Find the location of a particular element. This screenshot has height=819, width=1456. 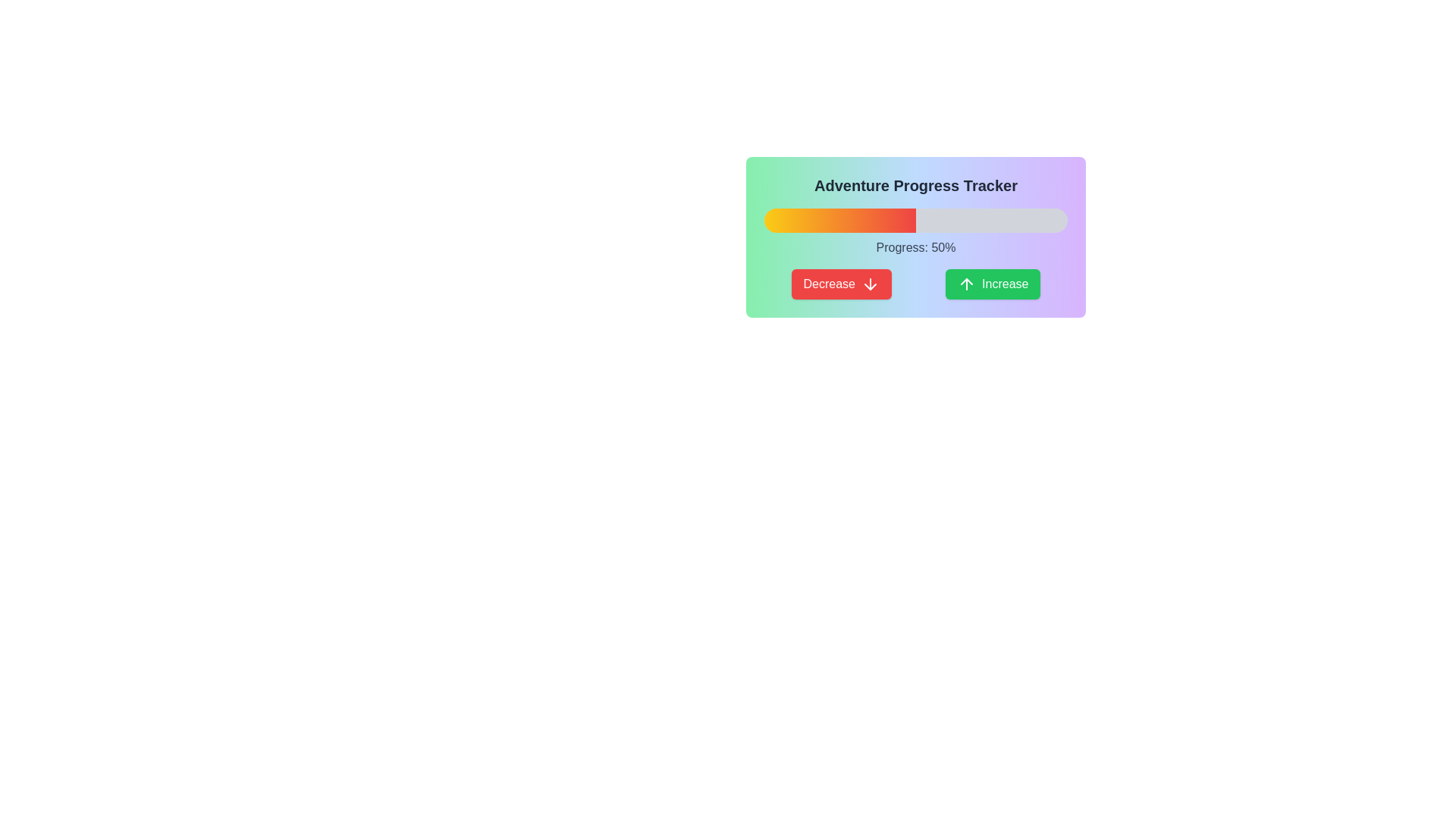

the SVG-rendered downward arrow icon located on the right side of the red 'Decrease' button in the 'Adventure Progress Tracker' interface is located at coordinates (870, 284).